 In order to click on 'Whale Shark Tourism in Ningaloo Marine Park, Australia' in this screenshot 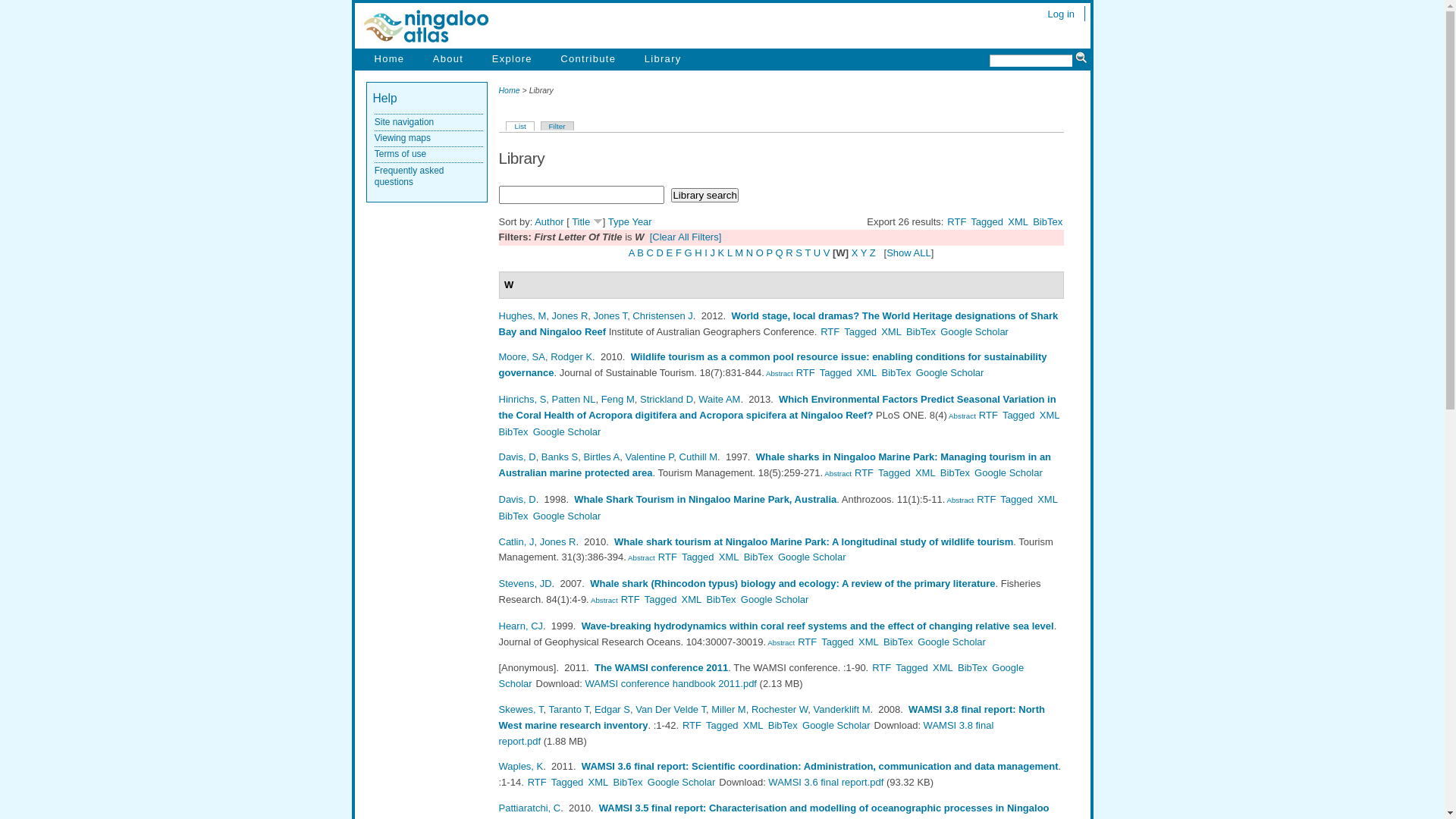, I will do `click(704, 499)`.